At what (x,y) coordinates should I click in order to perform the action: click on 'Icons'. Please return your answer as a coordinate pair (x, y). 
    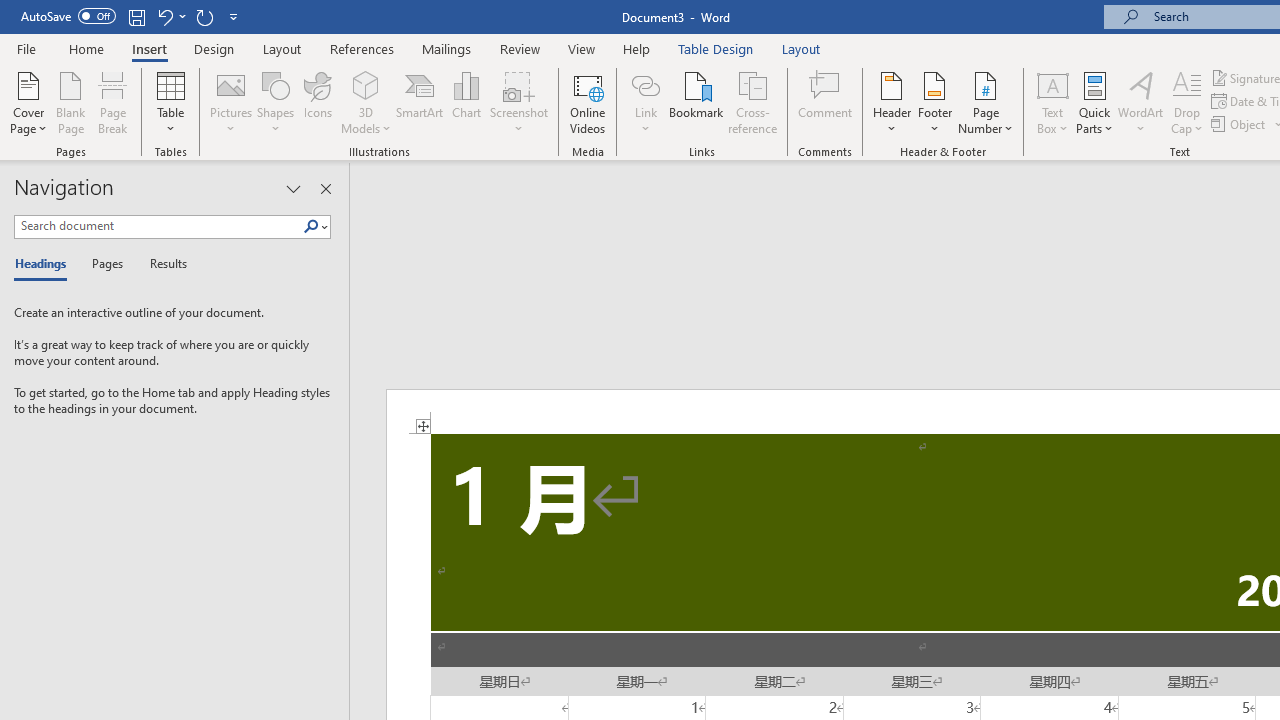
    Looking at the image, I should click on (317, 103).